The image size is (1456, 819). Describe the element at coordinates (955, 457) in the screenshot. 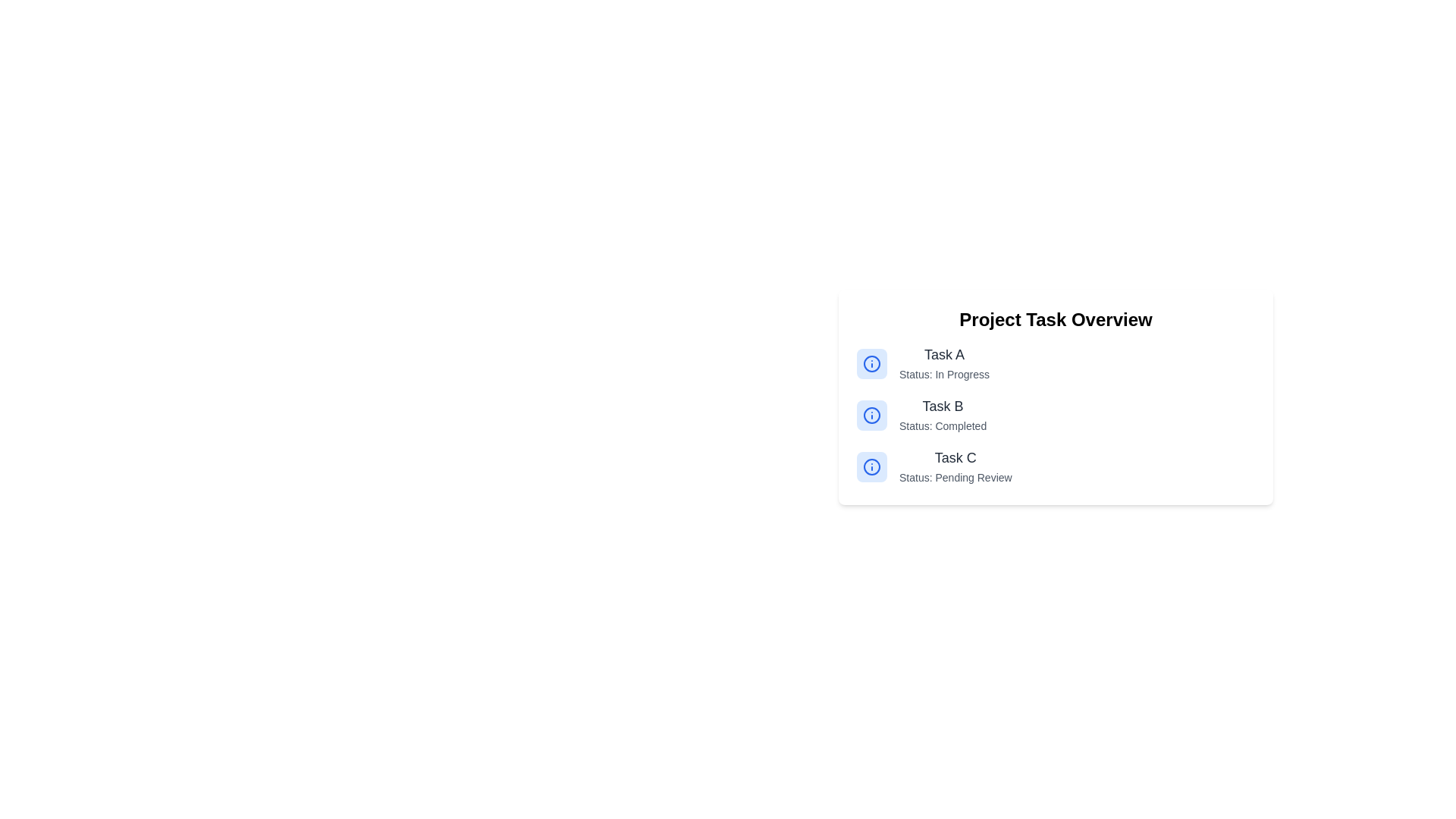

I see `the text label displaying 'Task C' in bold, dark gray font, which is the third item in the task overview list` at that location.